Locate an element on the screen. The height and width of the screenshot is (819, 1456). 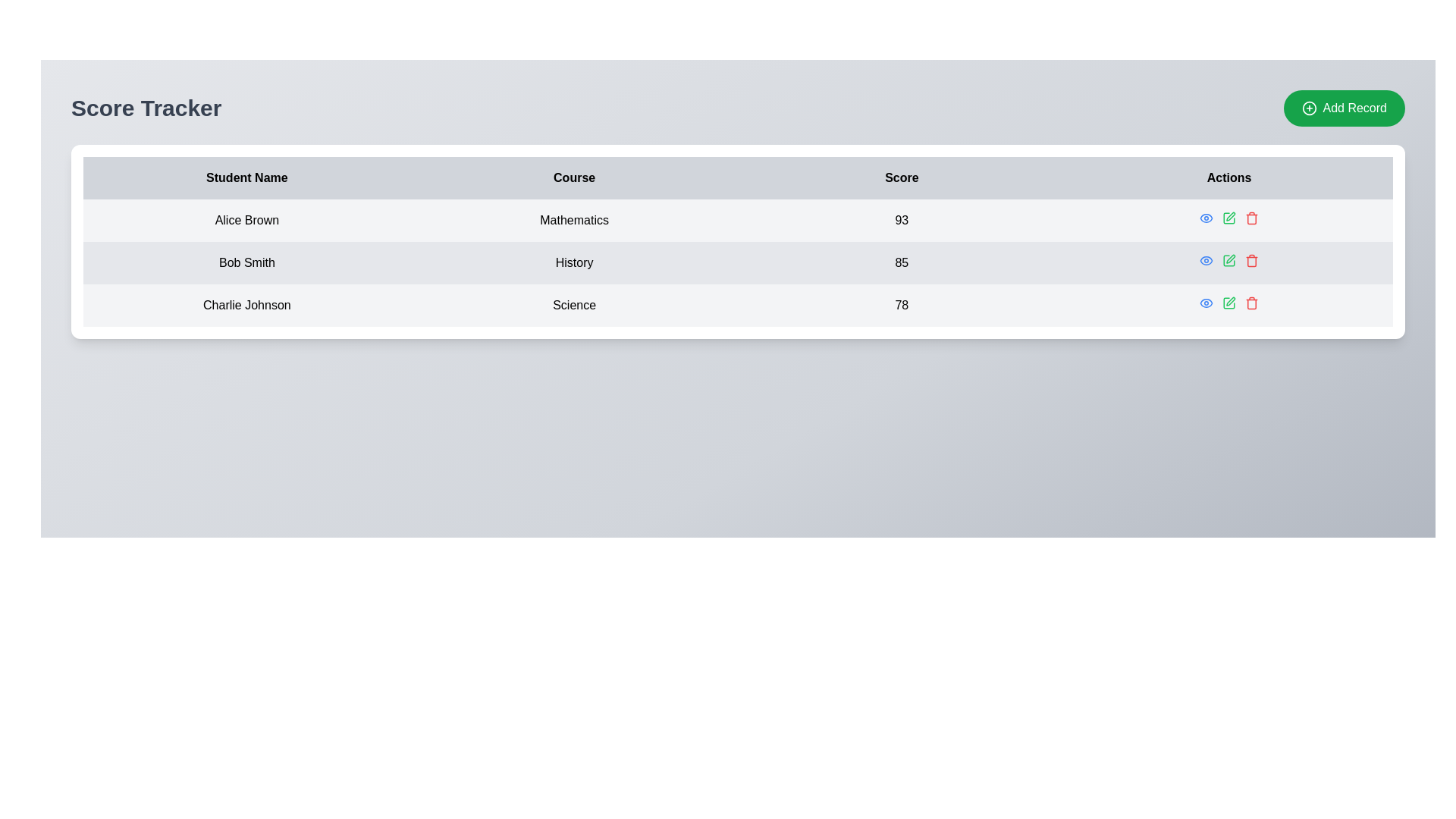
the trash can icon located in the 'Actions' column under 'Bob Smith's' record, which serves as a delete button is located at coordinates (1252, 261).